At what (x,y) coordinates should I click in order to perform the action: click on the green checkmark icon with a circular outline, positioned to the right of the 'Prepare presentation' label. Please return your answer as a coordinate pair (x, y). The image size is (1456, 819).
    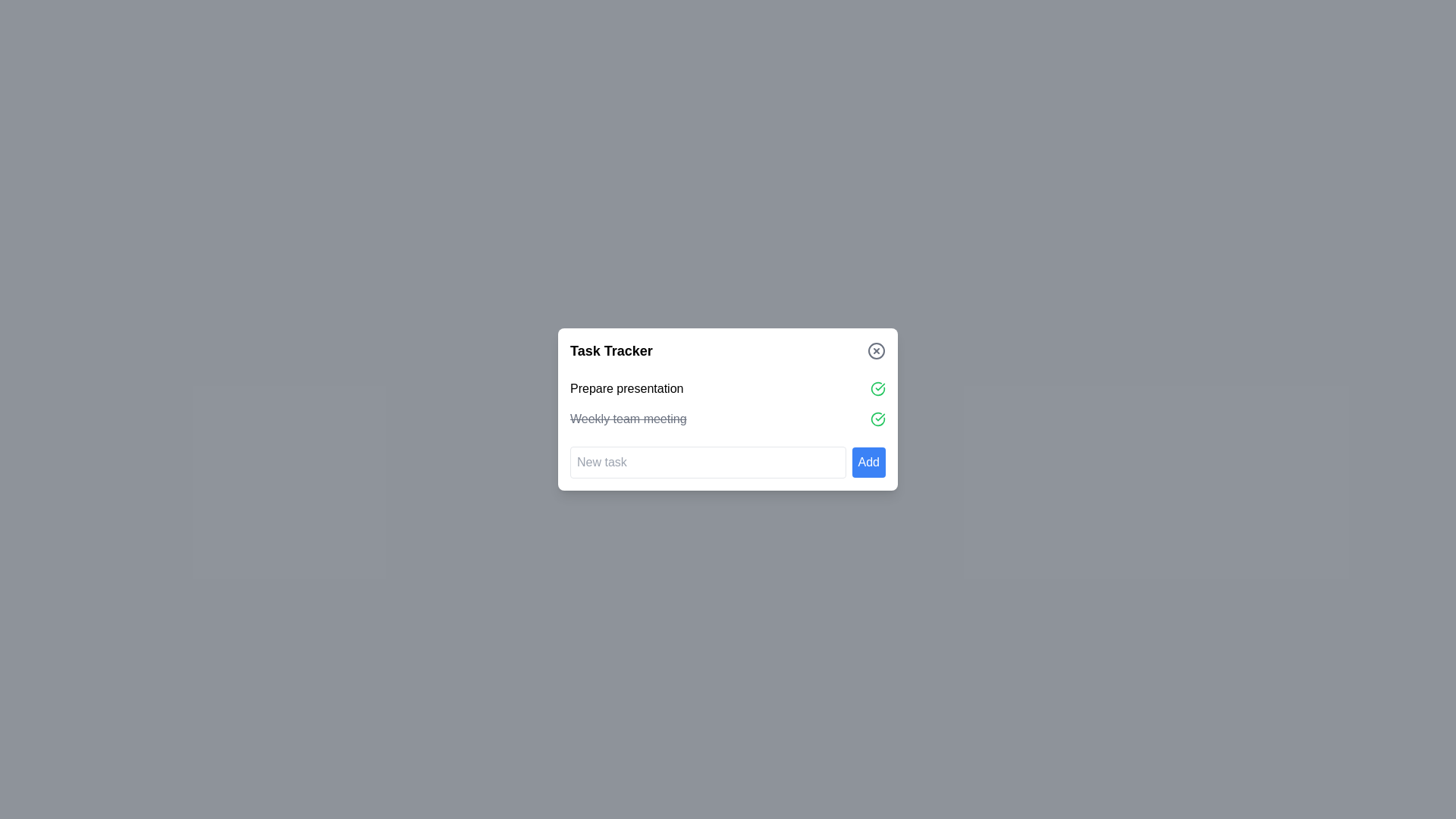
    Looking at the image, I should click on (877, 388).